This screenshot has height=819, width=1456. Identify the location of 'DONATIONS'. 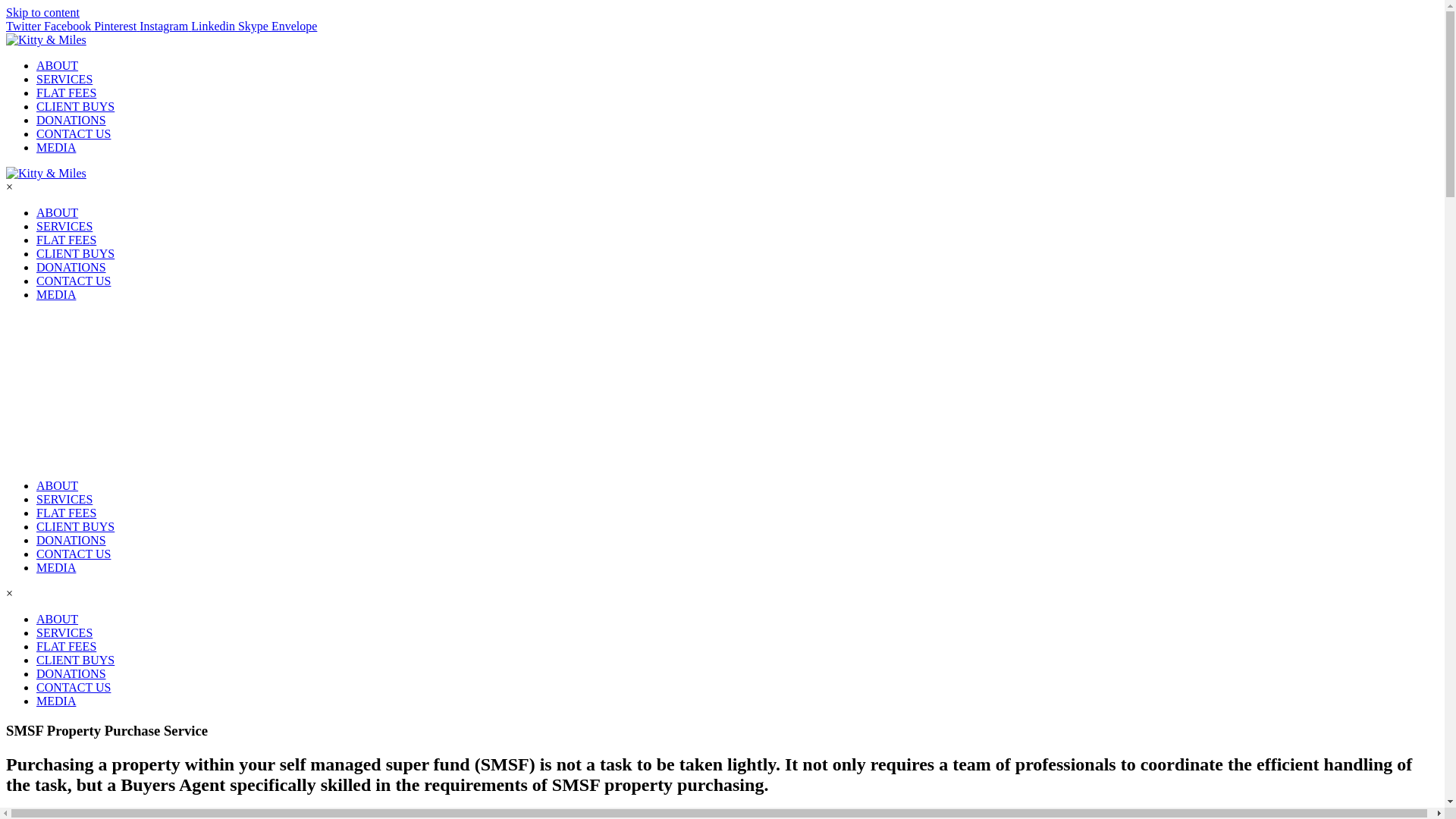
(71, 539).